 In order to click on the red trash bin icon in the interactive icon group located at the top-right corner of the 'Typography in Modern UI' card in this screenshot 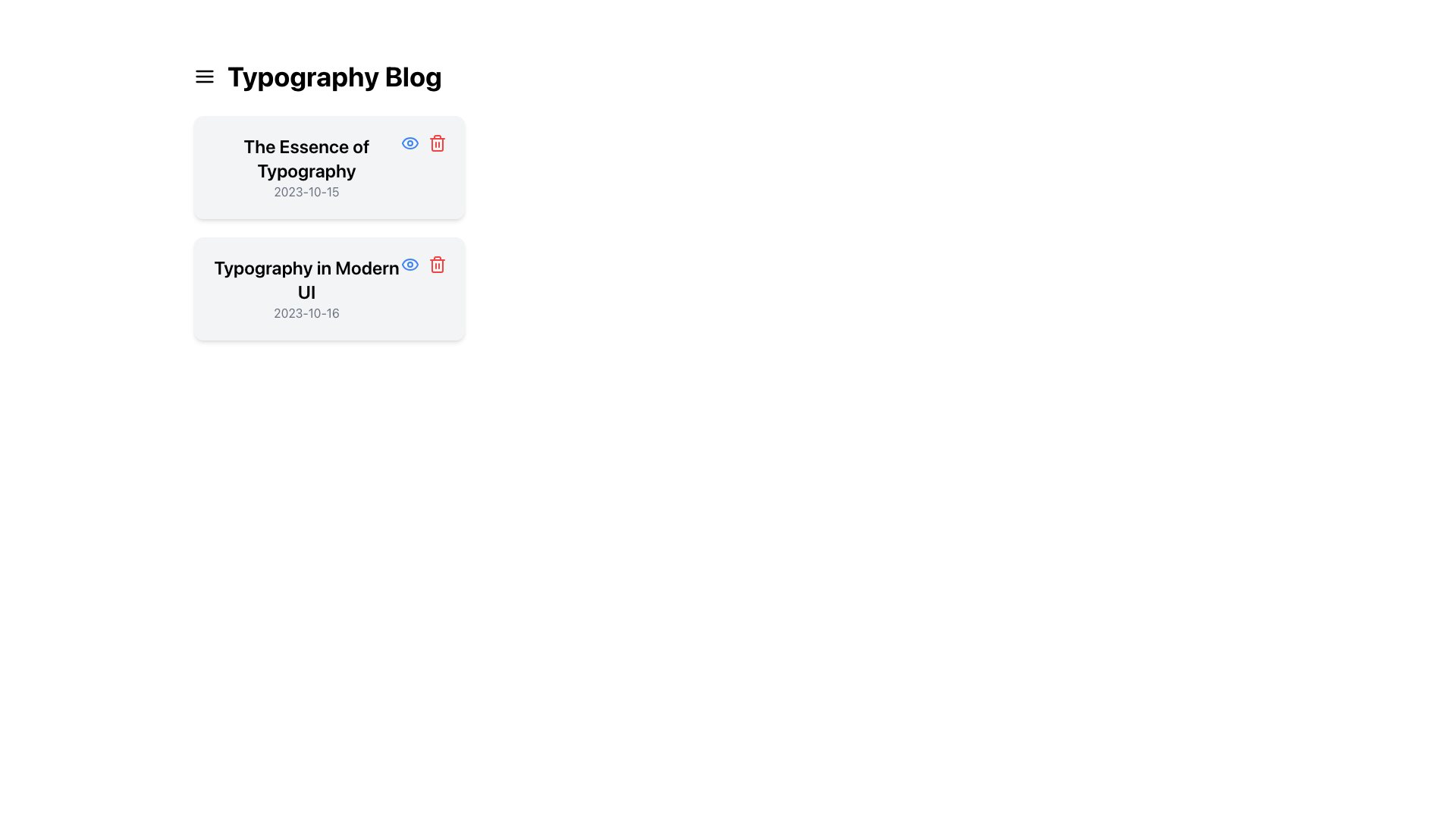, I will do `click(423, 263)`.